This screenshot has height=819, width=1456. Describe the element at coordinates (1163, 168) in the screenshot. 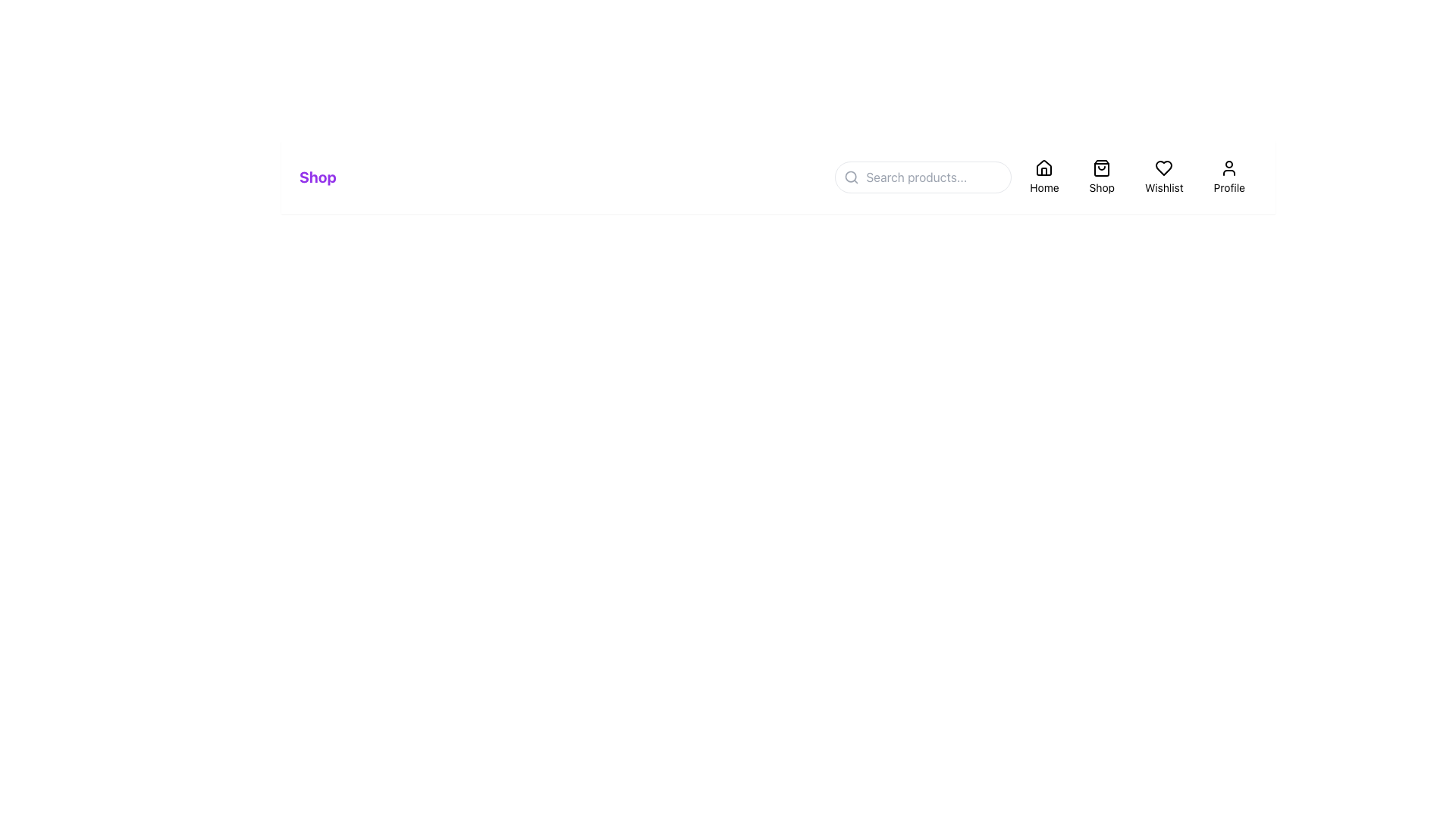

I see `the heart-shaped icon in the 'Wishlist' section of the top navigation bar` at that location.